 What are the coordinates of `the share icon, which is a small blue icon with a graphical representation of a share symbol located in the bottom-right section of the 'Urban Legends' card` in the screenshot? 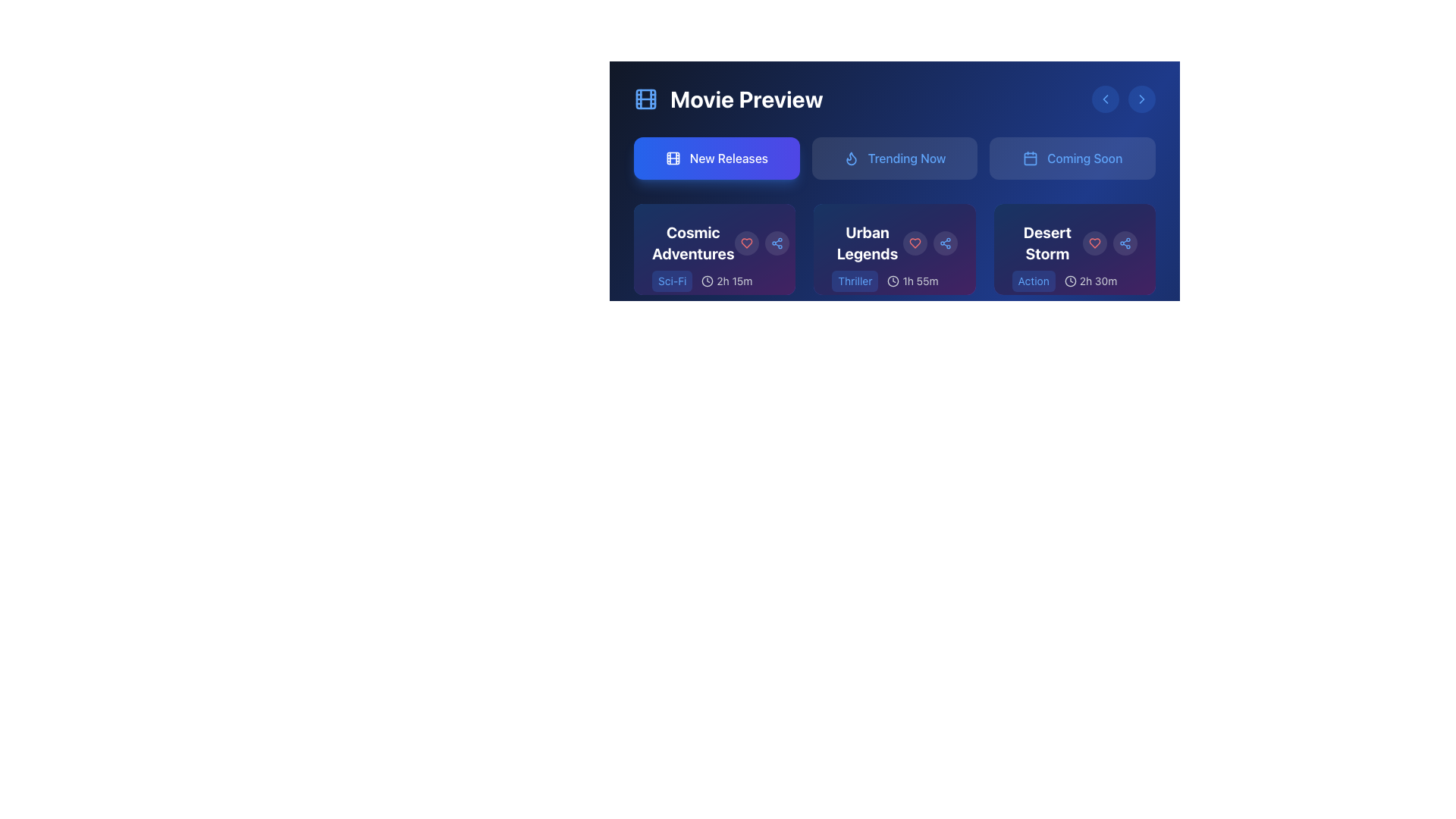 It's located at (944, 242).